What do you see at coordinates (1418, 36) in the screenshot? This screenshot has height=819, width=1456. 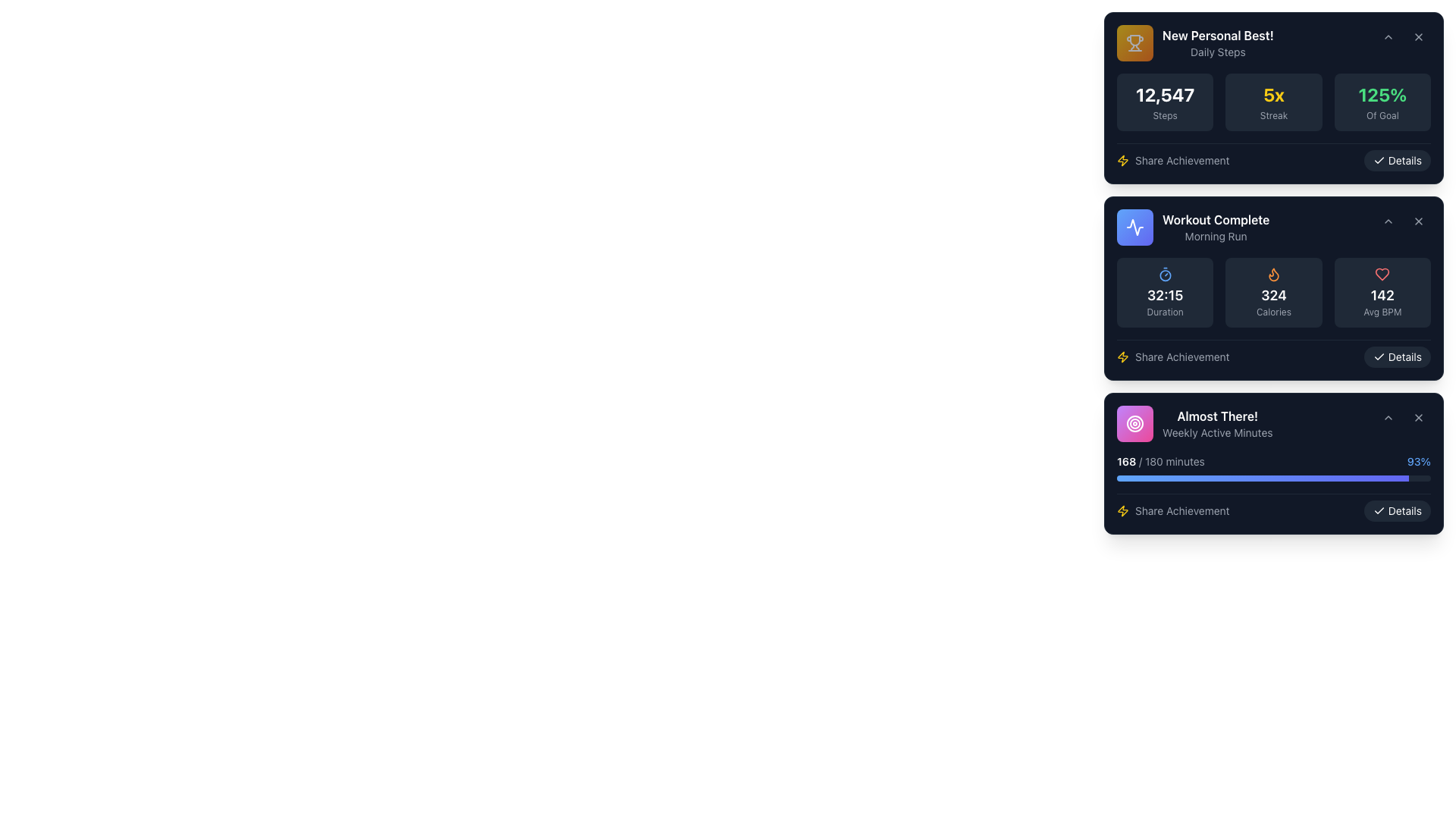 I see `the close button located in the top-right corner of the 'New Personal Best!' achievement card` at bounding box center [1418, 36].